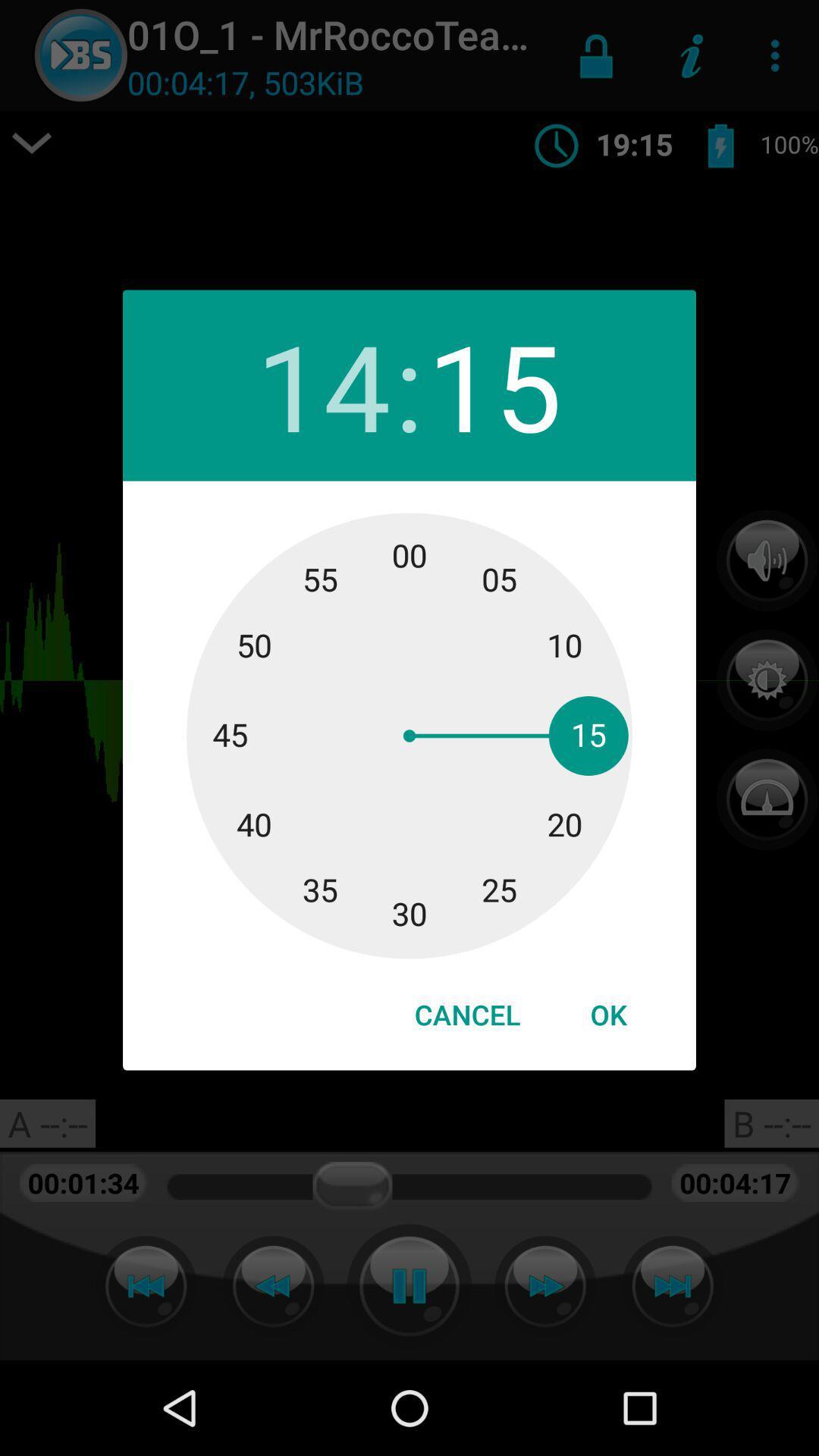 Image resolution: width=819 pixels, height=1456 pixels. I want to click on the item to the left of the : icon, so click(322, 385).